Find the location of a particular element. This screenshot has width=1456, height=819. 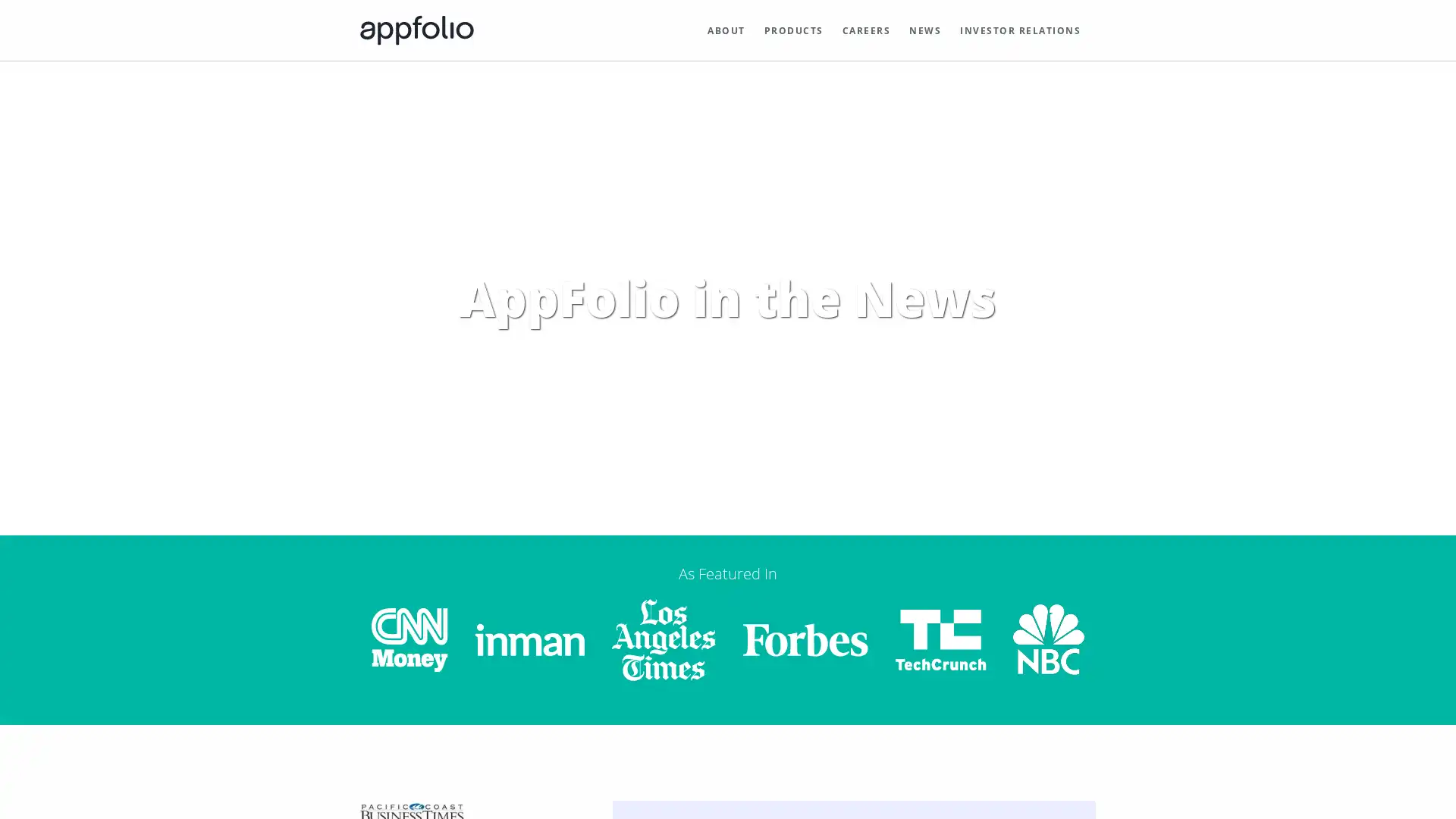

dismiss cookie message is located at coordinates (1291, 799).